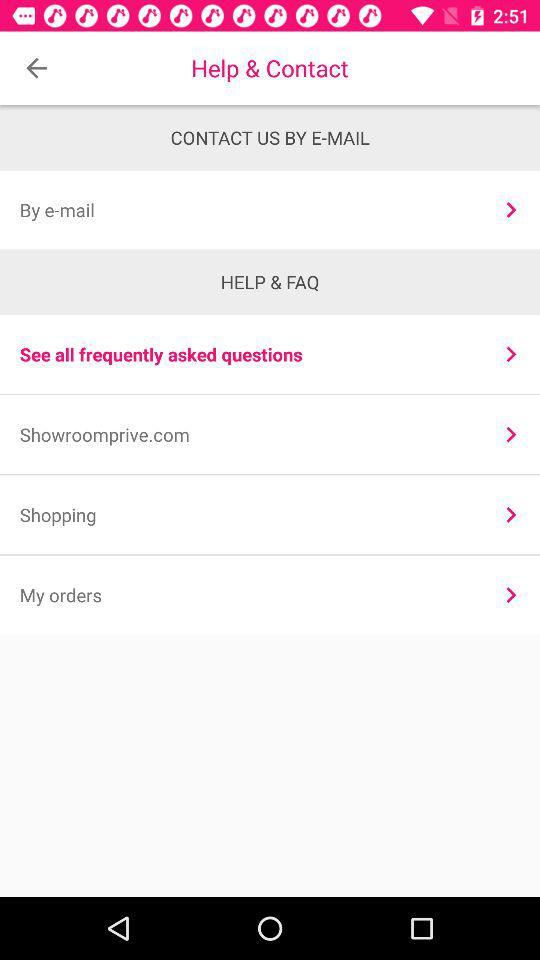  What do you see at coordinates (511, 595) in the screenshot?
I see `the icon to the right of my orders` at bounding box center [511, 595].